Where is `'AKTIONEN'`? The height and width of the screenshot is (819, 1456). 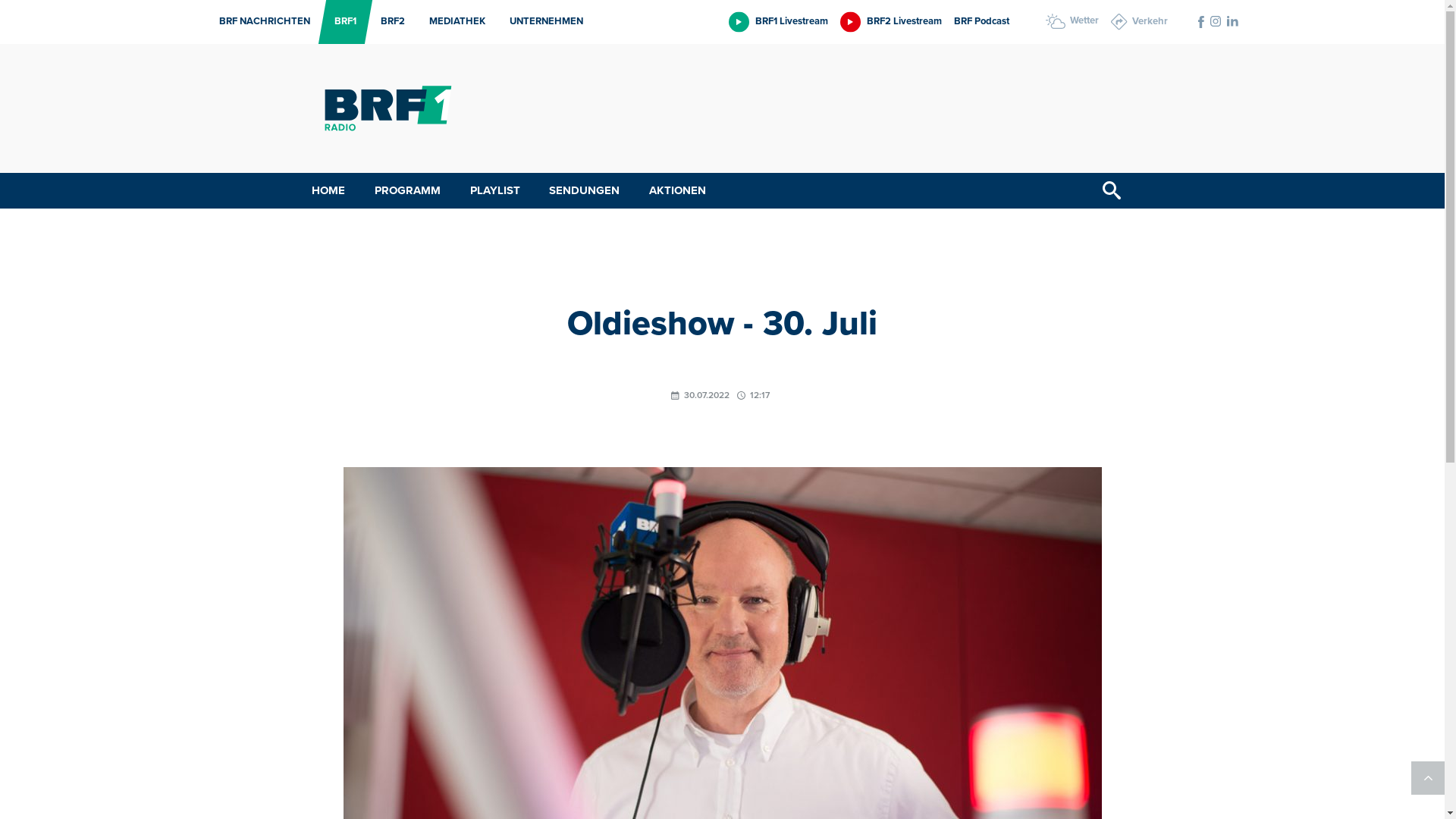
'AKTIONEN' is located at coordinates (643, 190).